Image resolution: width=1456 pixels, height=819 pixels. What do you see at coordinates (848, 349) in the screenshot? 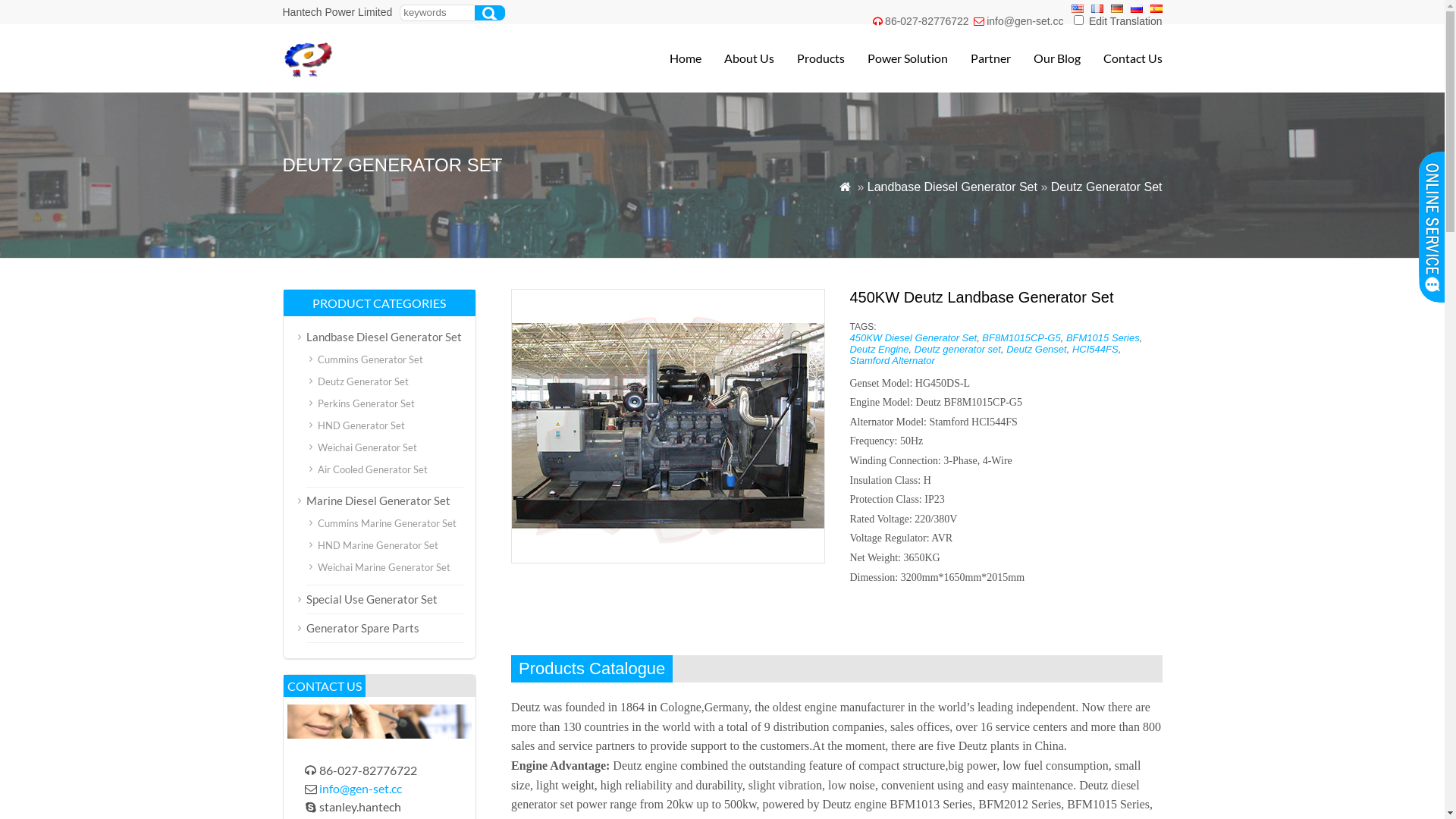
I see `'Deutz Engine'` at bounding box center [848, 349].